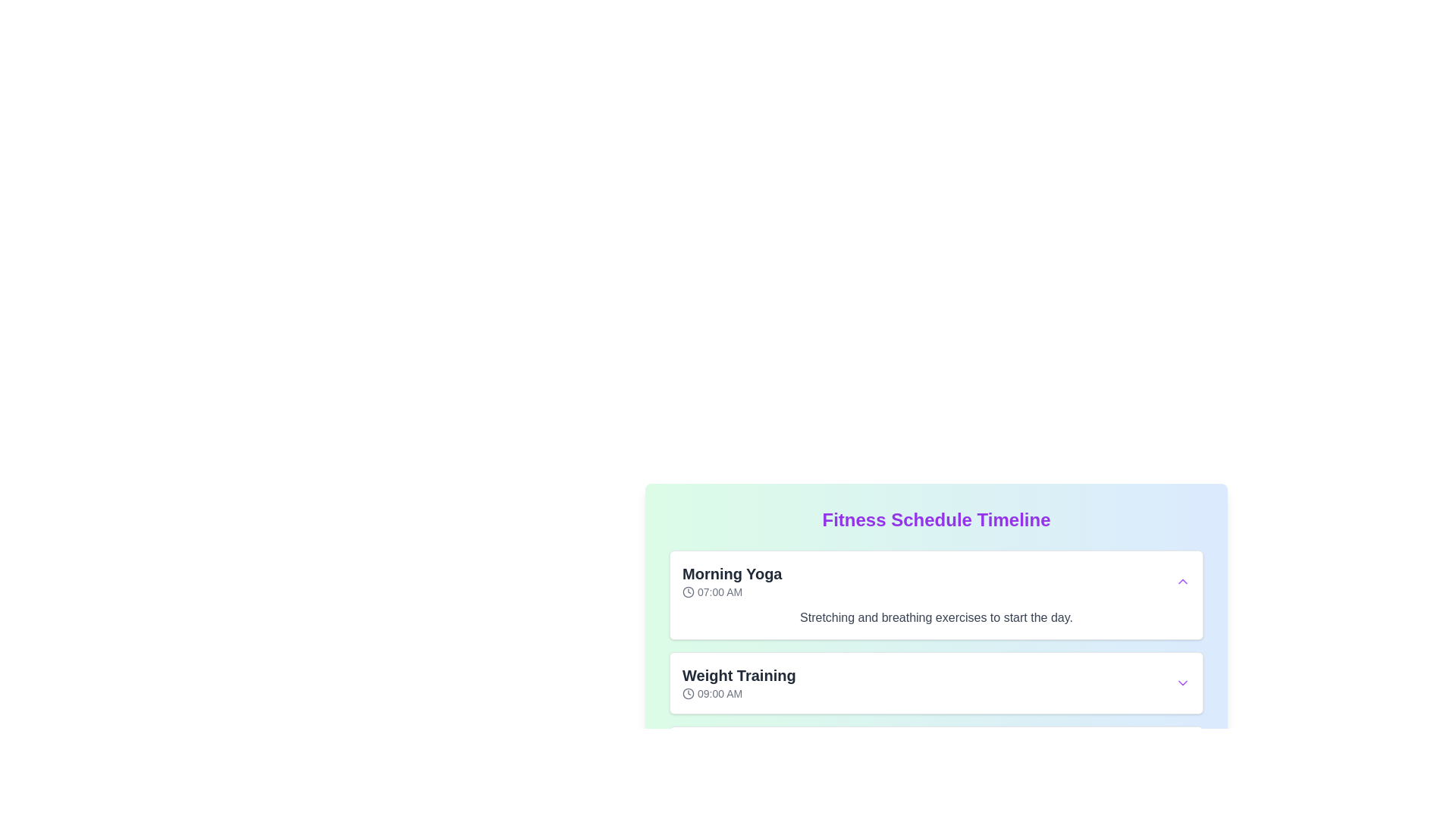 The image size is (1456, 819). Describe the element at coordinates (935, 669) in the screenshot. I see `the title of the second list item under the 'Fitness Schedule Timeline'` at that location.